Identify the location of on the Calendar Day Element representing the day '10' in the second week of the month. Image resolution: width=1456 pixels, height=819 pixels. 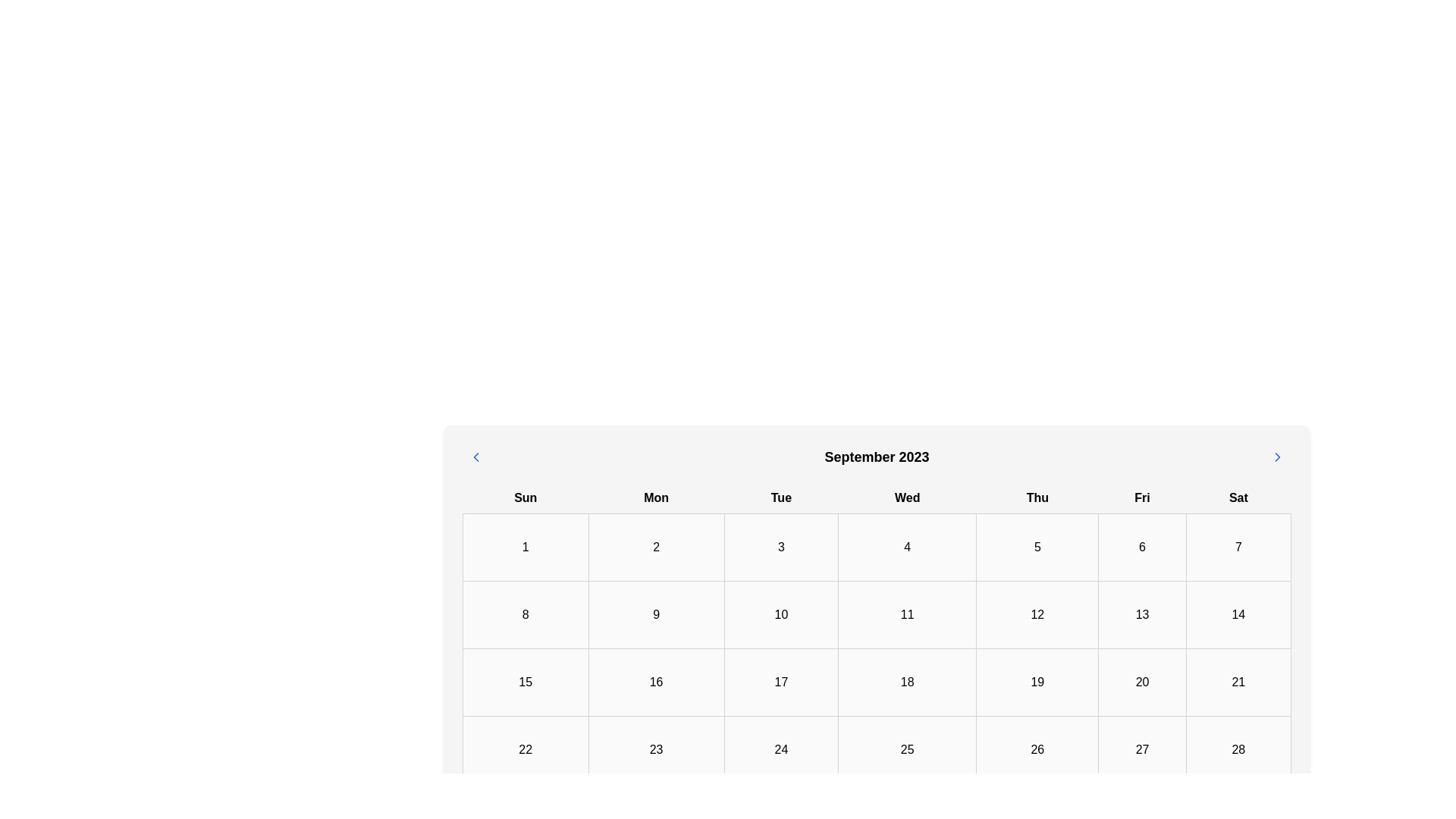
(781, 614).